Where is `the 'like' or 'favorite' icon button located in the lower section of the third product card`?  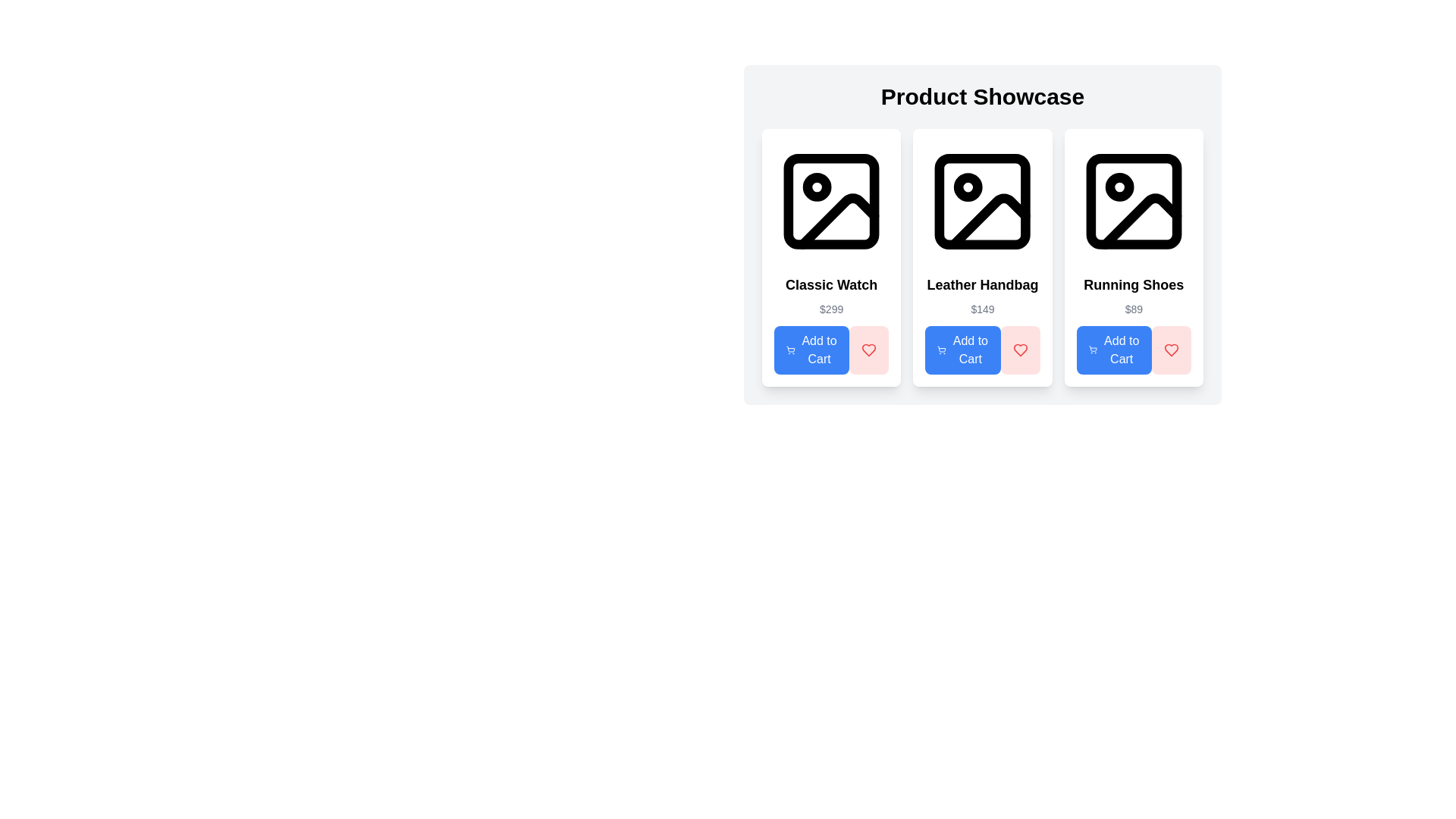
the 'like' or 'favorite' icon button located in the lower section of the third product card is located at coordinates (1171, 350).